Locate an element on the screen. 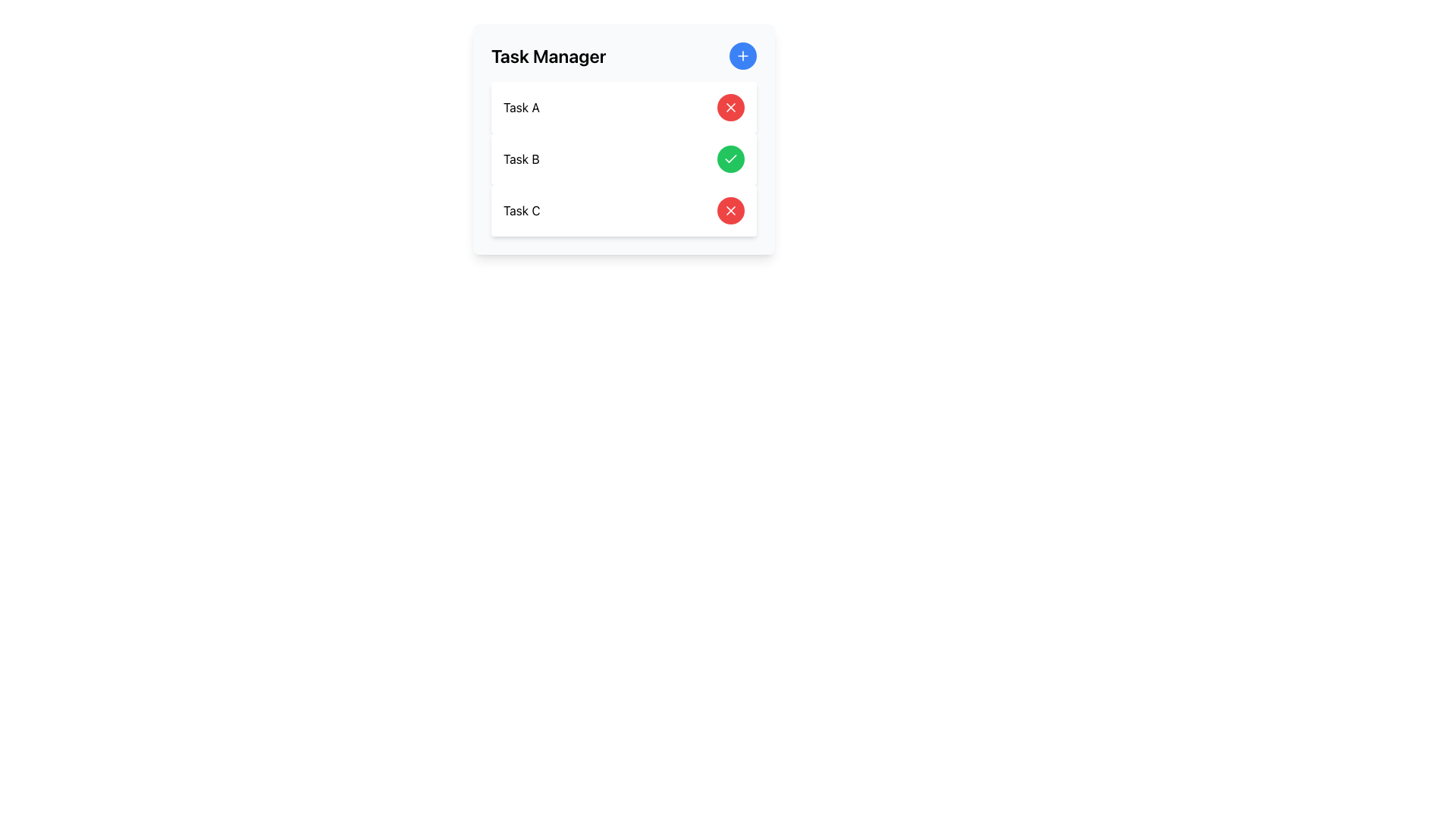  the text label displaying 'Task C' which is centered in the third row of a card, located on a white background with rounded corners is located at coordinates (522, 210).